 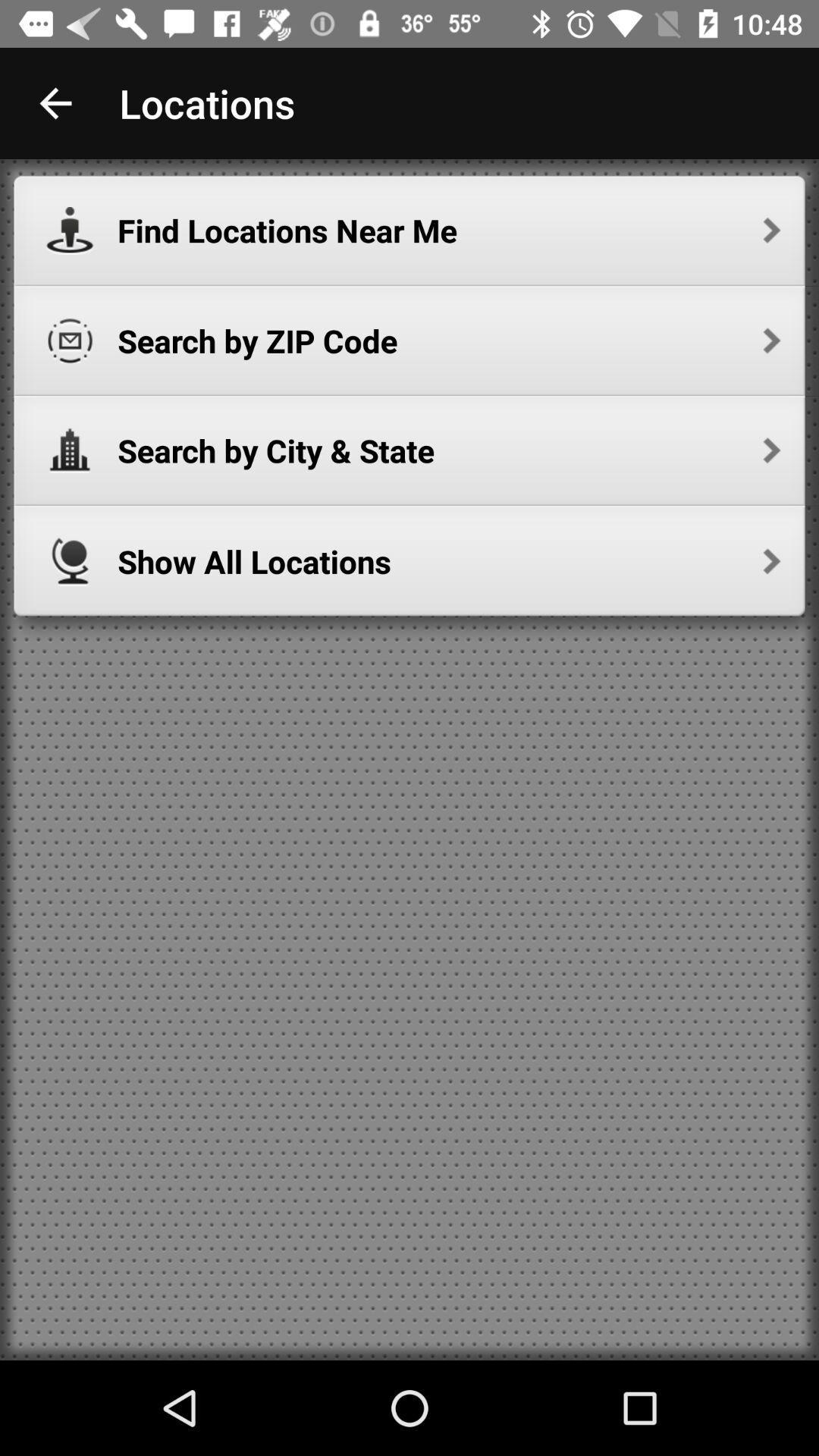 What do you see at coordinates (448, 560) in the screenshot?
I see `show all locations icon` at bounding box center [448, 560].